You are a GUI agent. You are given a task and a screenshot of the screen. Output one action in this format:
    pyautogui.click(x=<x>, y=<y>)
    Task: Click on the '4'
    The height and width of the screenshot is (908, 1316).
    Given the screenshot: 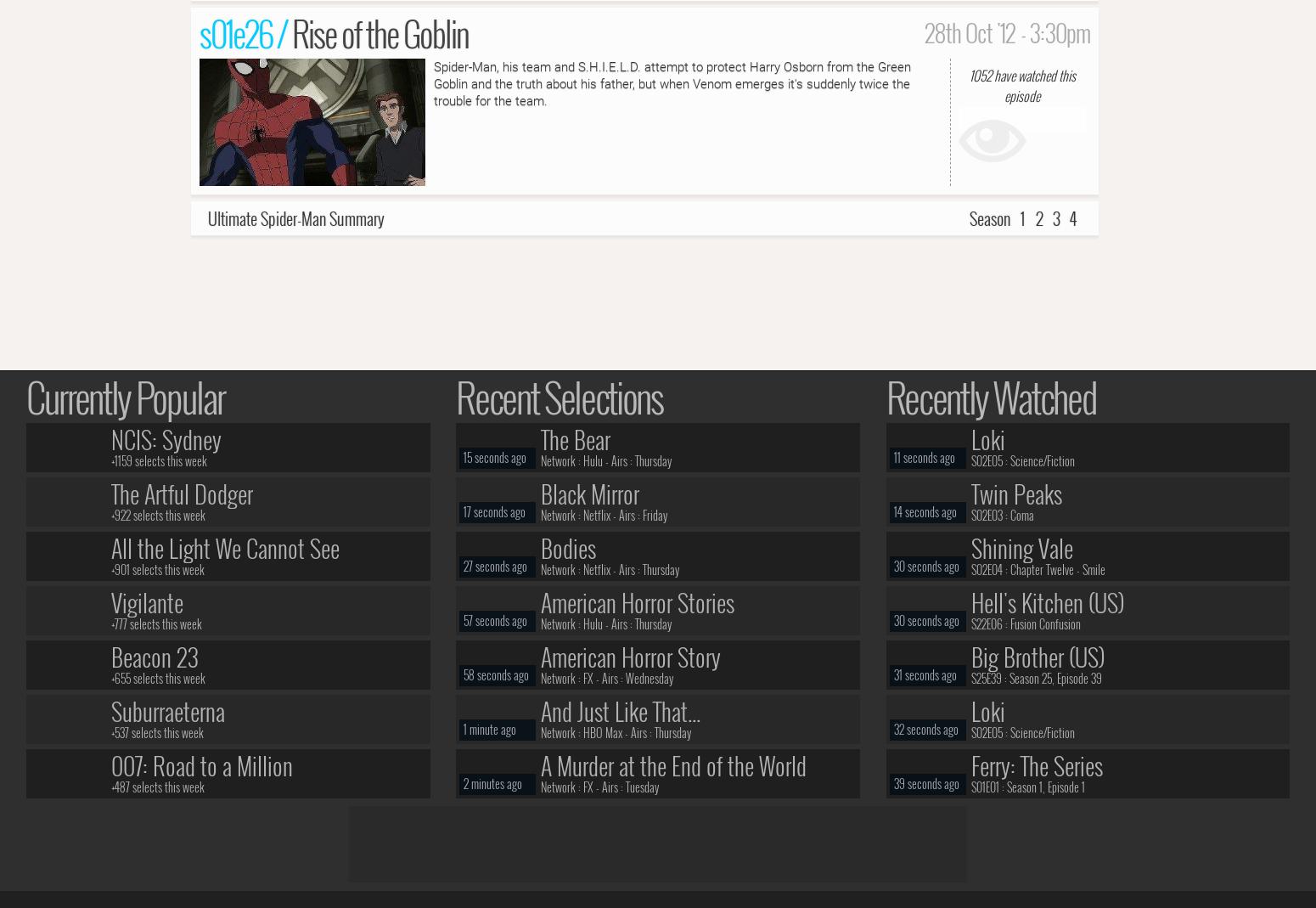 What is the action you would take?
    pyautogui.click(x=1072, y=217)
    